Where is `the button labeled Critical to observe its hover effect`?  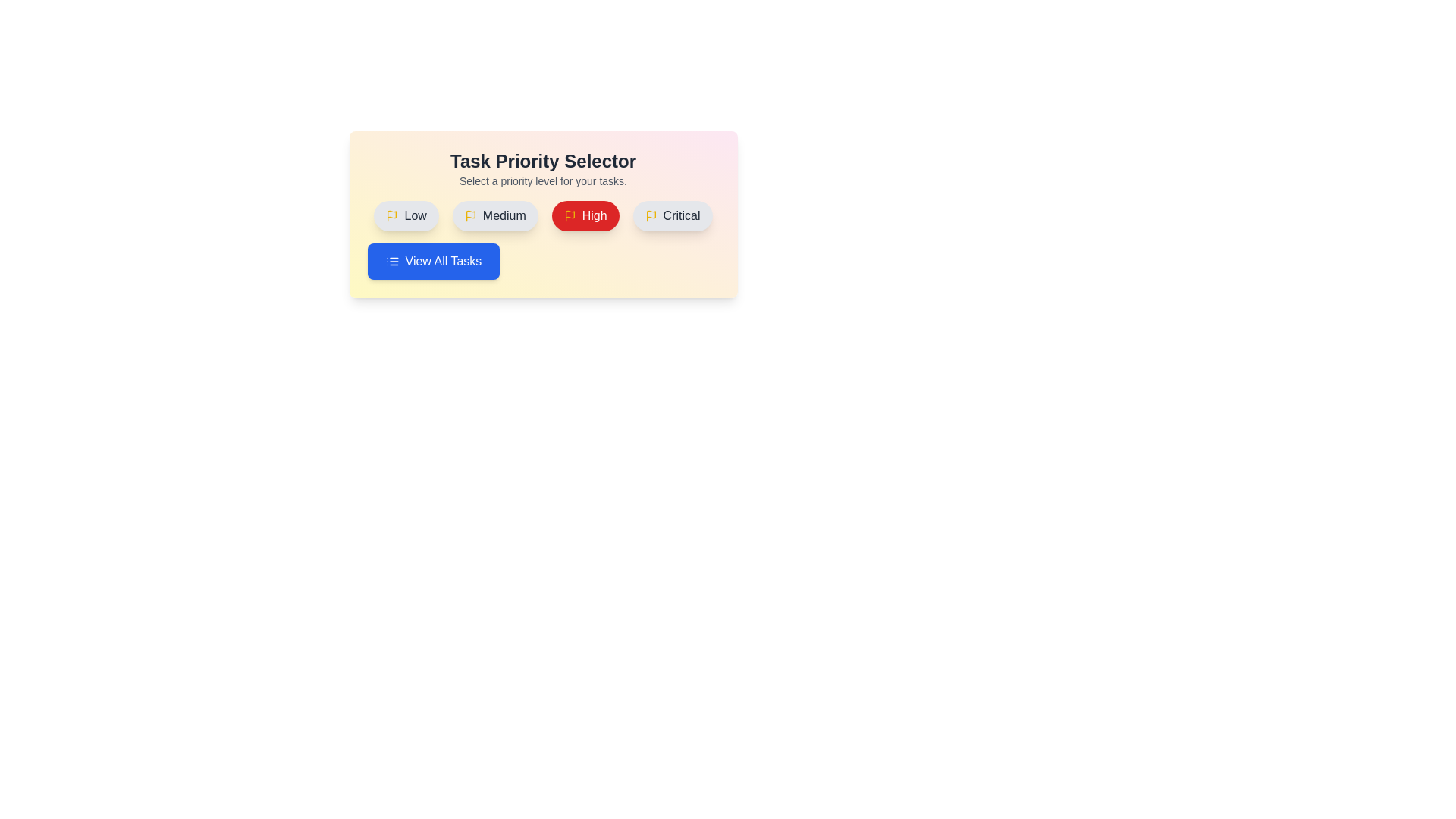 the button labeled Critical to observe its hover effect is located at coordinates (672, 216).